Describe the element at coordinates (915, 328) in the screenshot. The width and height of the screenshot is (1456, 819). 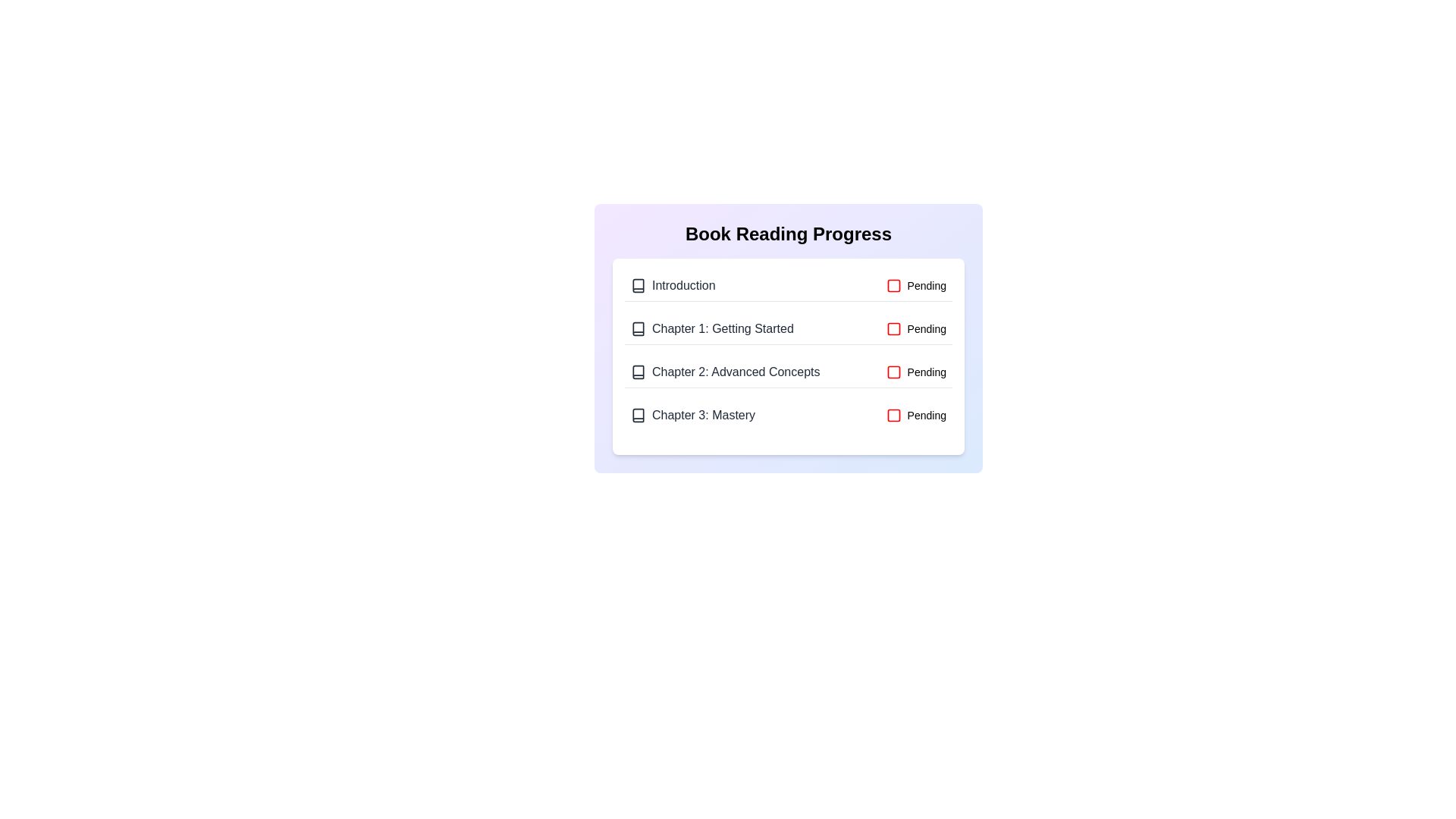
I see `the toggle button for chapter 2 to change its completion status` at that location.